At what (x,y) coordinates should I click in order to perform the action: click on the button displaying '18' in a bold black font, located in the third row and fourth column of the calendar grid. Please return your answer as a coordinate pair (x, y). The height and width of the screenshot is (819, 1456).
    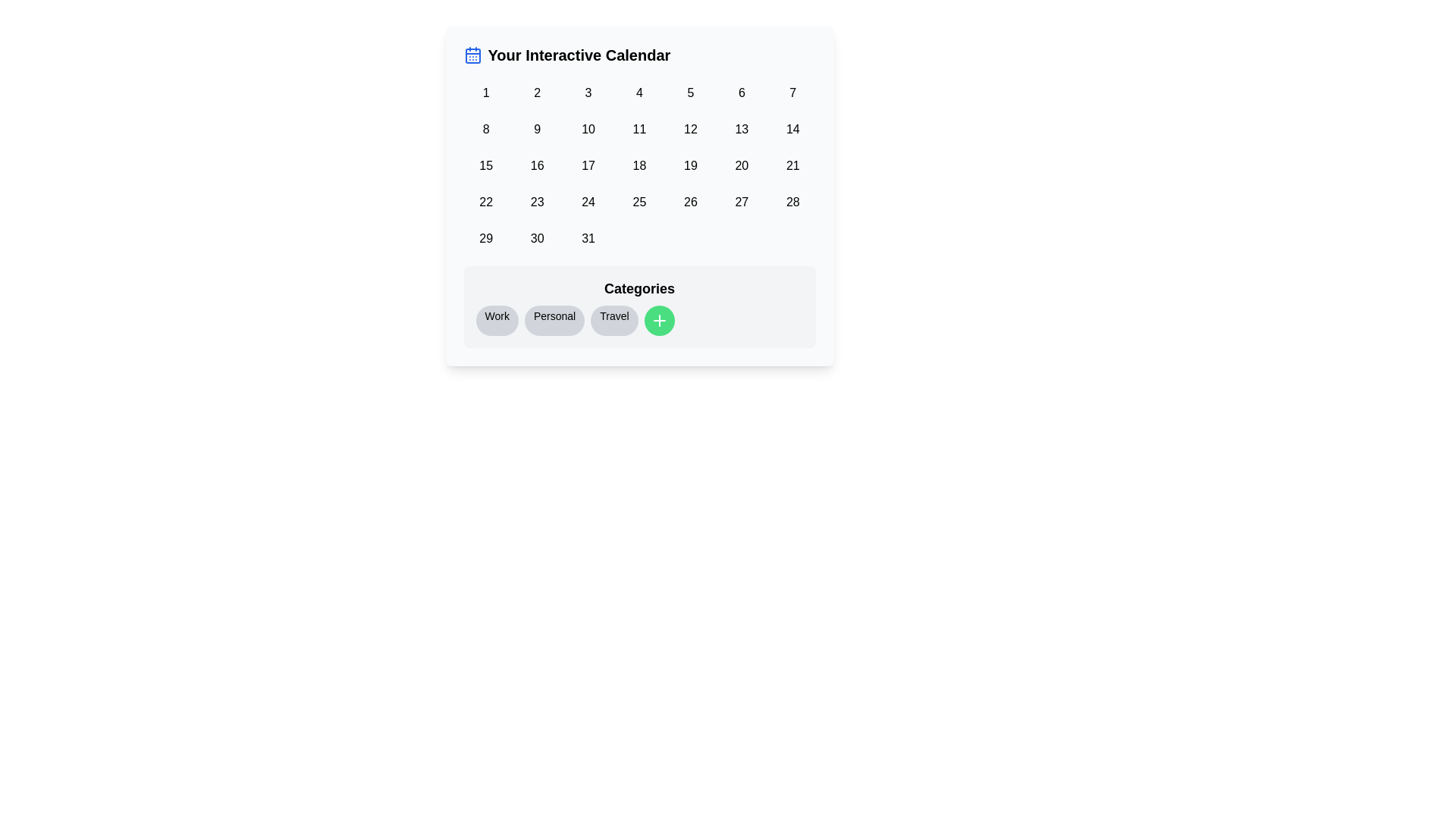
    Looking at the image, I should click on (639, 166).